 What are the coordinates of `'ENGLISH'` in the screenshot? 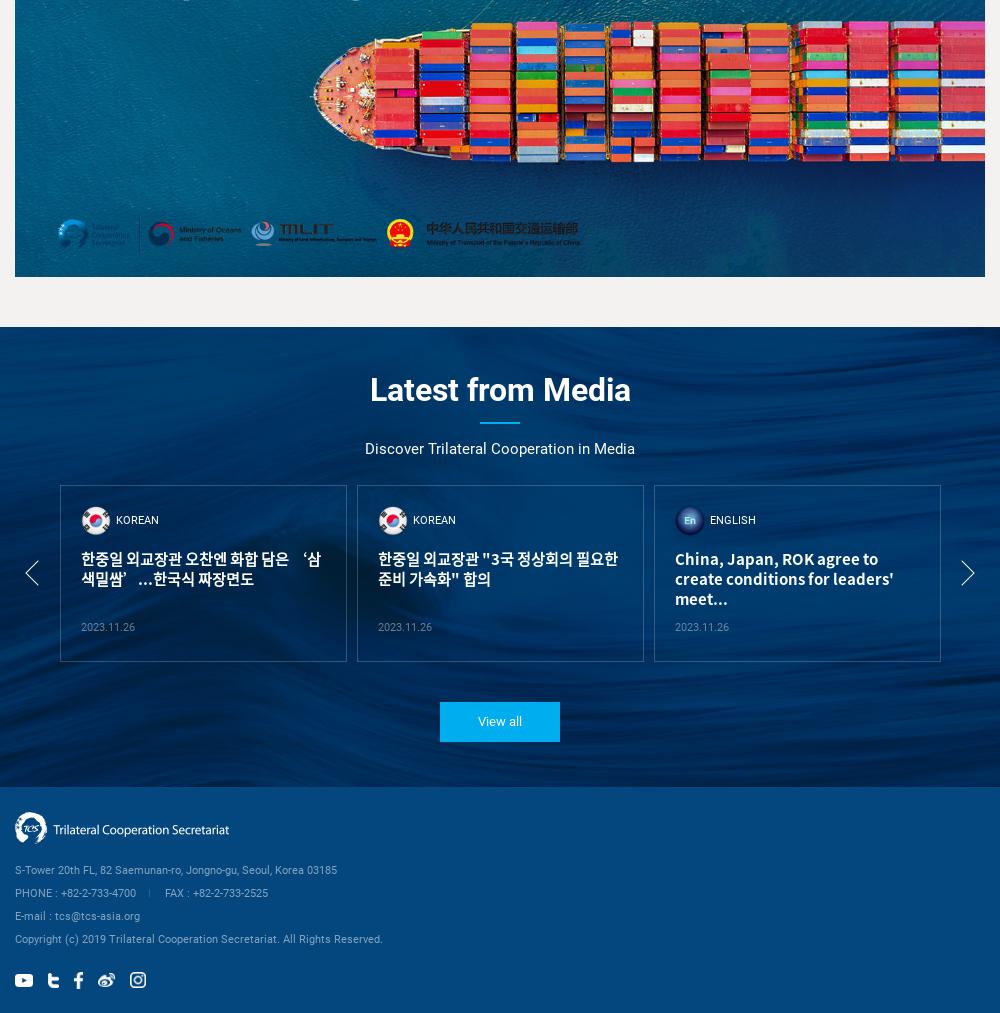 It's located at (448, 519).